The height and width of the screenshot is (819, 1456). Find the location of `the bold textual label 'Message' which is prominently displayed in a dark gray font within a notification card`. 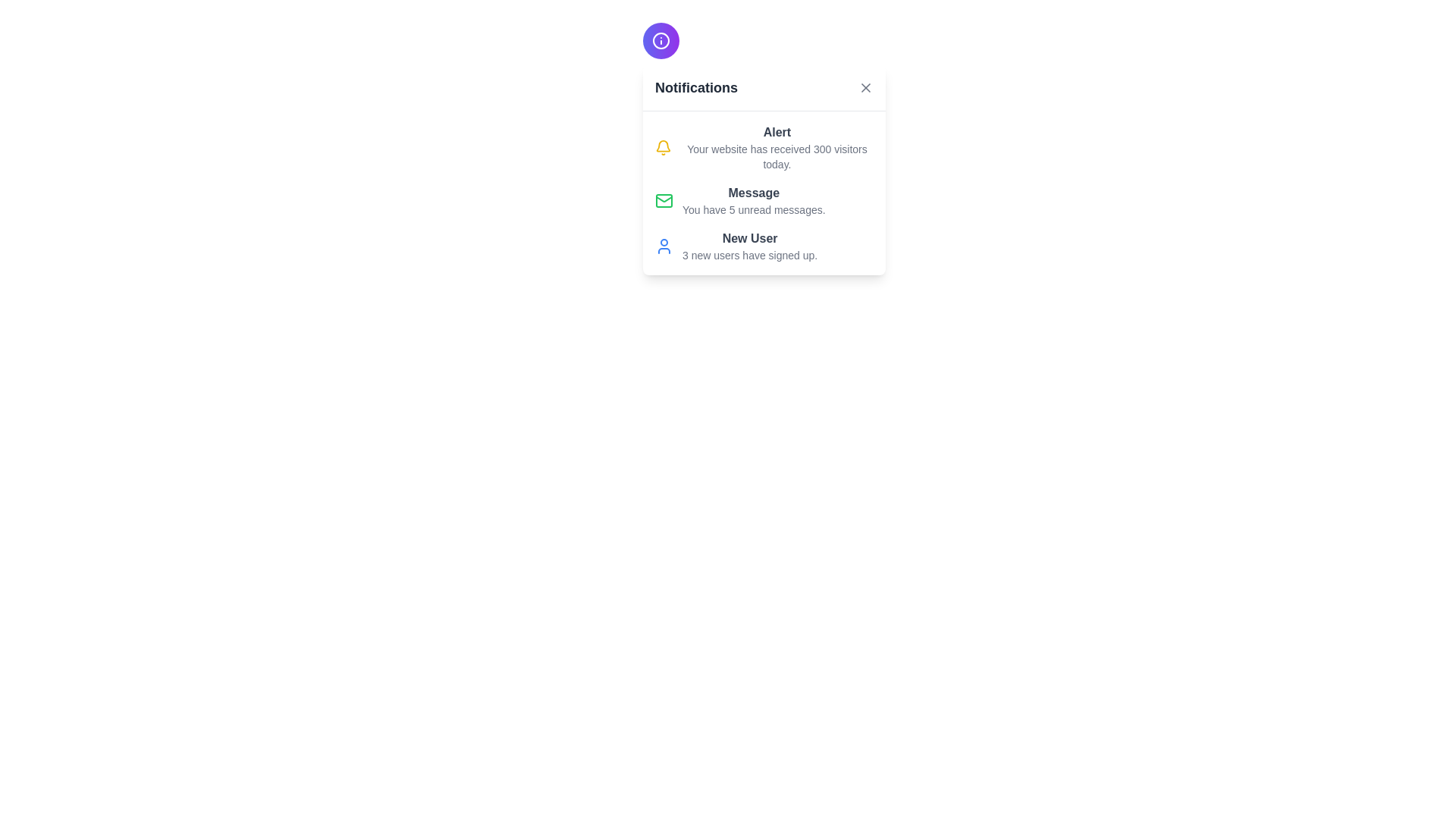

the bold textual label 'Message' which is prominently displayed in a dark gray font within a notification card is located at coordinates (754, 192).